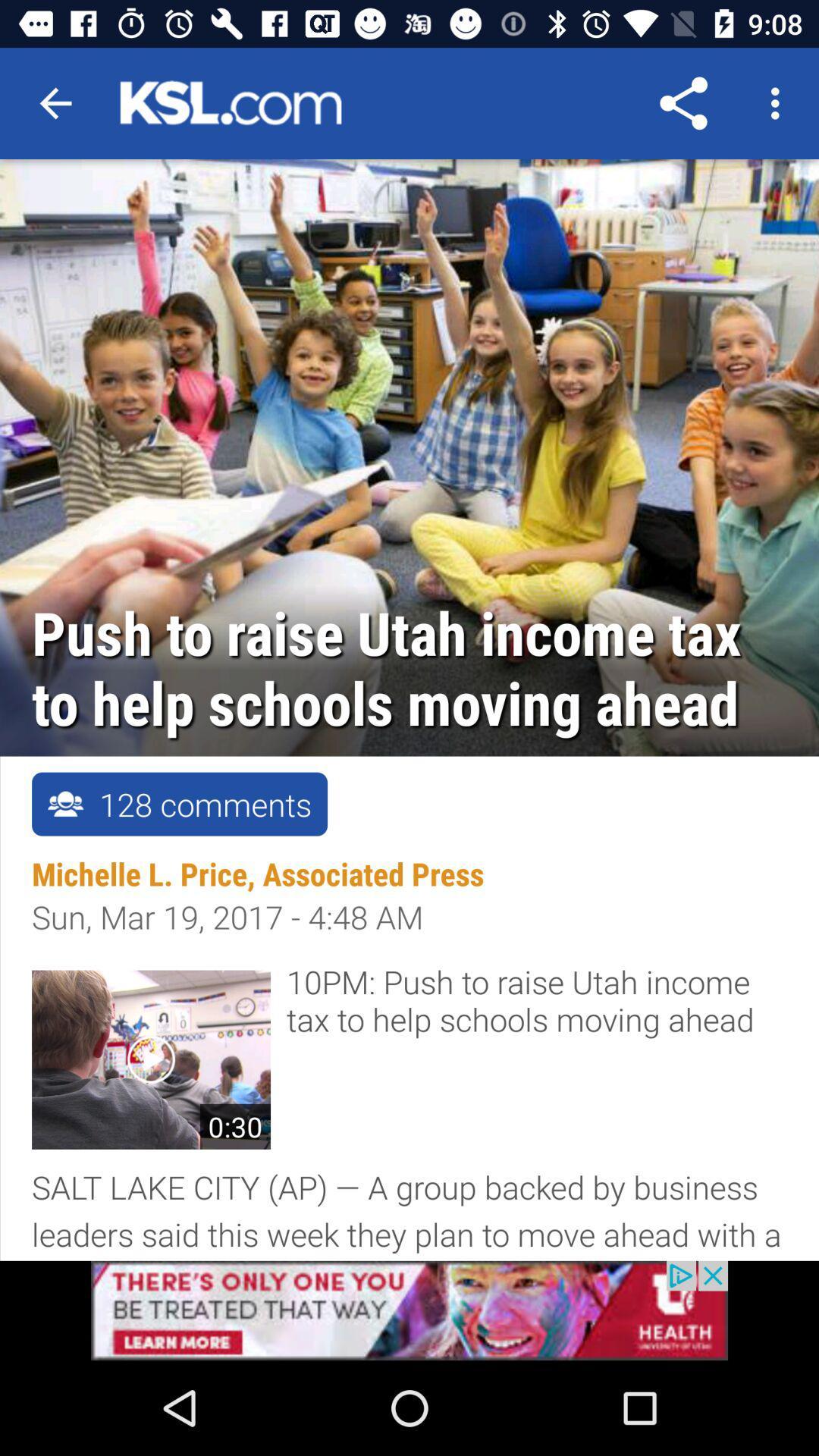  I want to click on advertisement, so click(409, 1310).